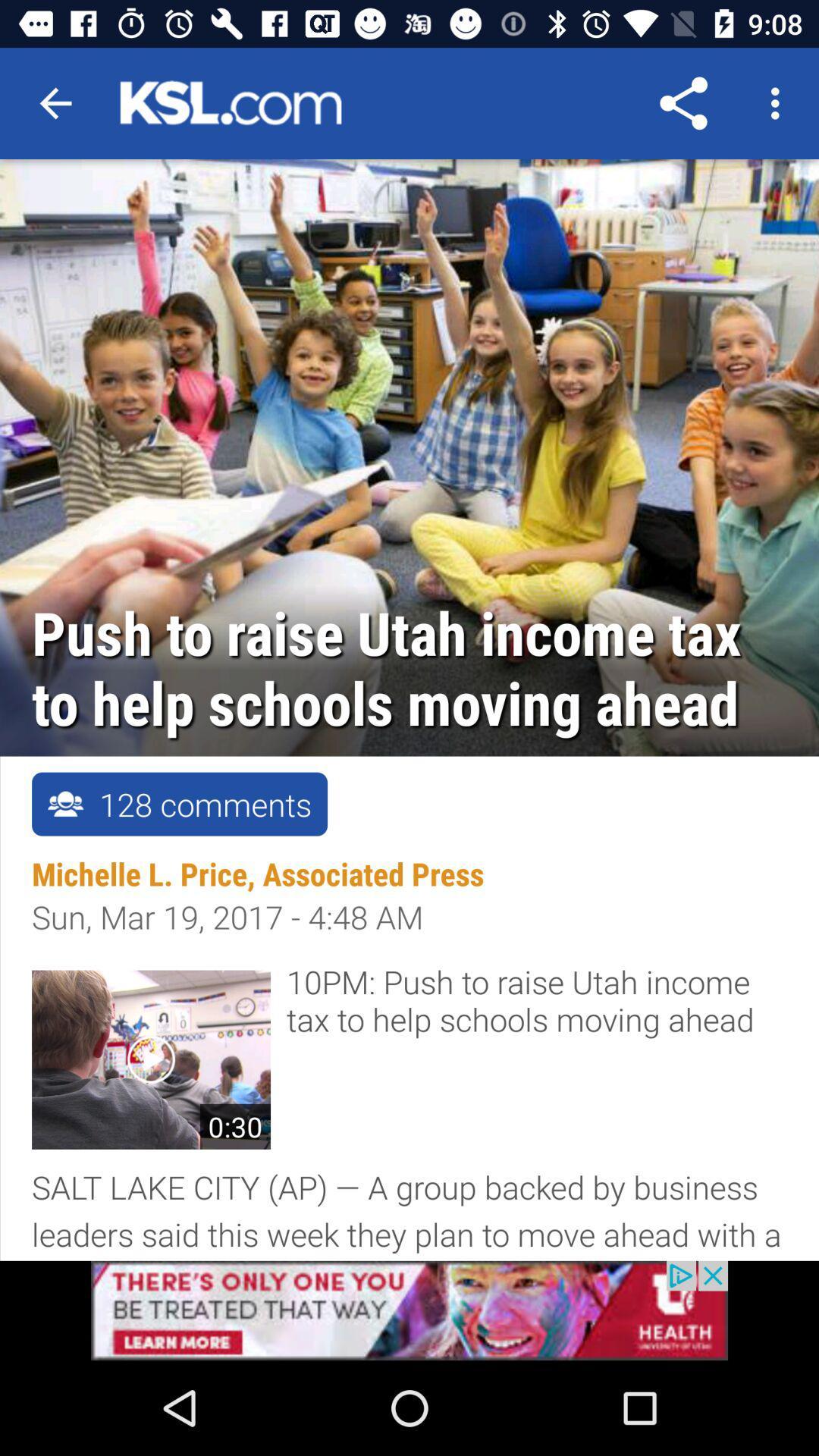  I want to click on advertisement, so click(409, 1310).